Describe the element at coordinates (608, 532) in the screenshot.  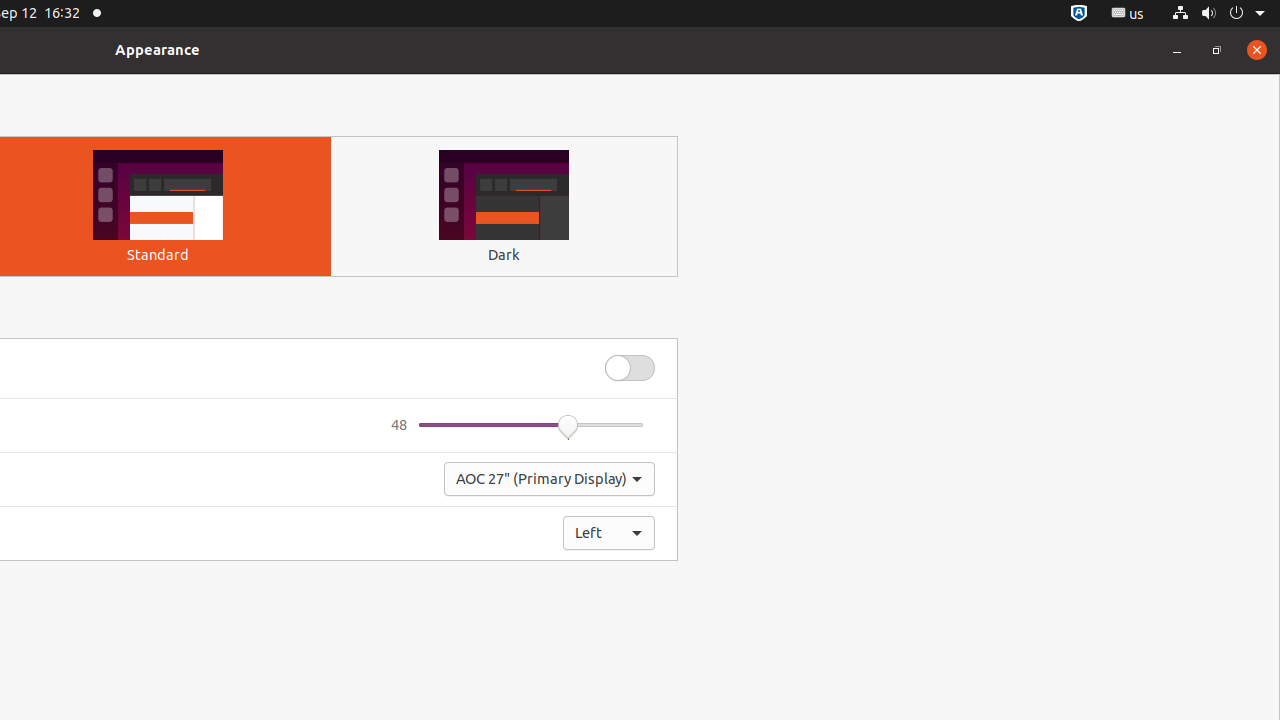
I see `'Left'` at that location.